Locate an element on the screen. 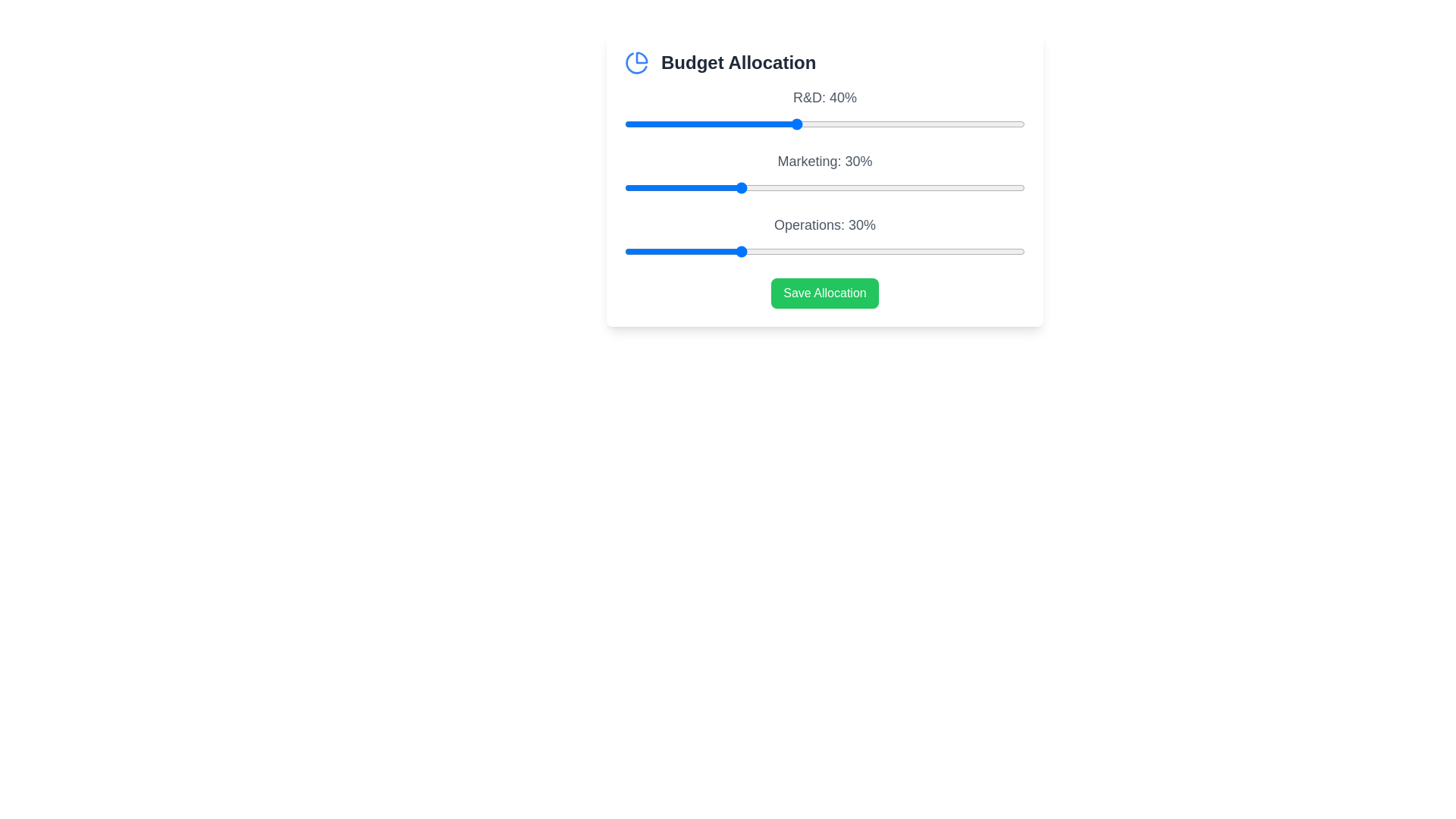 The width and height of the screenshot is (1456, 819). the 'Operations' slider to 30% is located at coordinates (739, 250).